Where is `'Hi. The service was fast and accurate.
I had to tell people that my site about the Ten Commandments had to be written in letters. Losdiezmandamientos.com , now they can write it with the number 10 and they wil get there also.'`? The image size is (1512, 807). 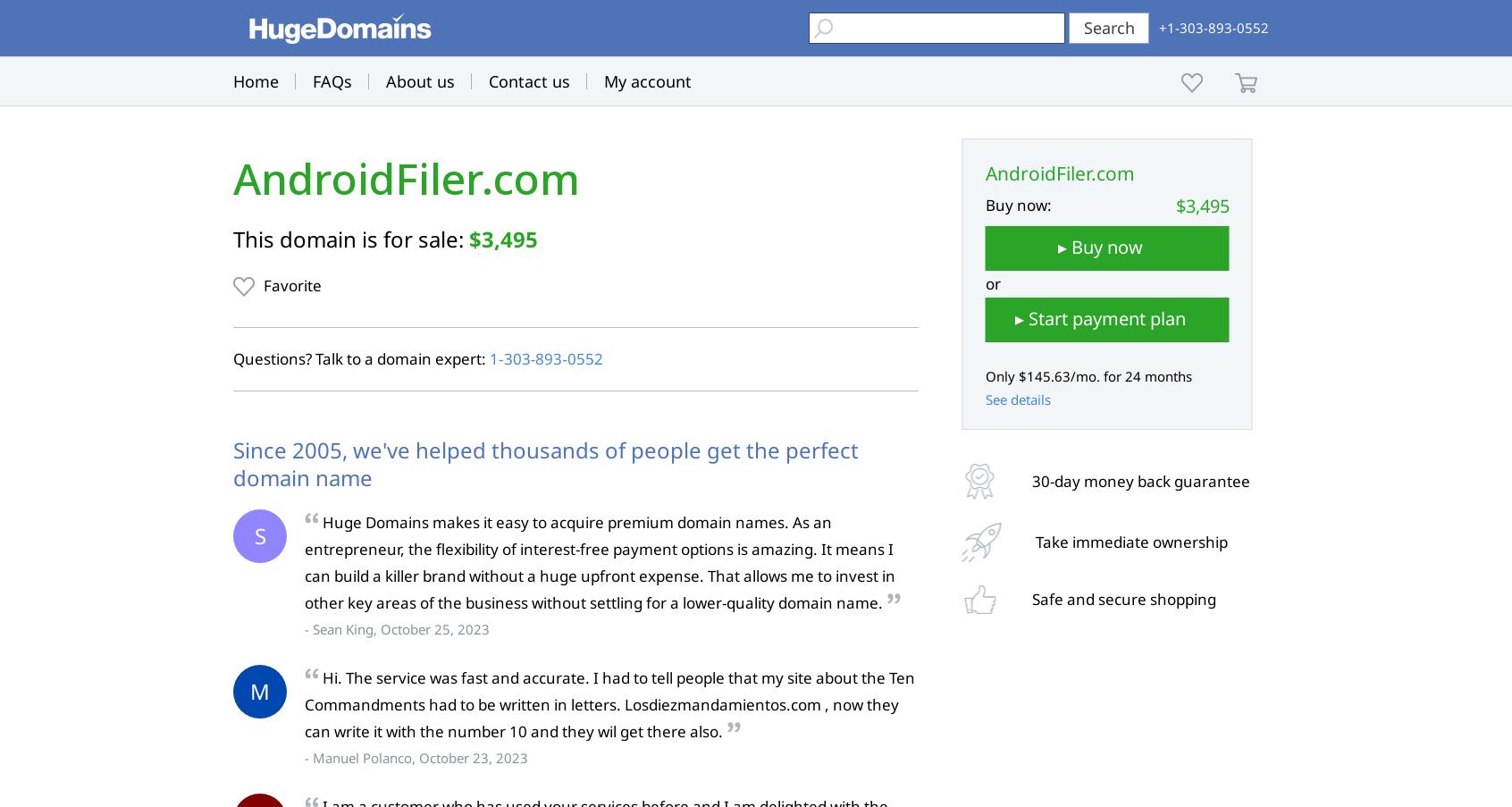 'Hi. The service was fast and accurate.
I had to tell people that my site about the Ten Commandments had to be written in letters. Losdiezmandamientos.com , now they can write it with the number 10 and they wil get there also.' is located at coordinates (609, 702).